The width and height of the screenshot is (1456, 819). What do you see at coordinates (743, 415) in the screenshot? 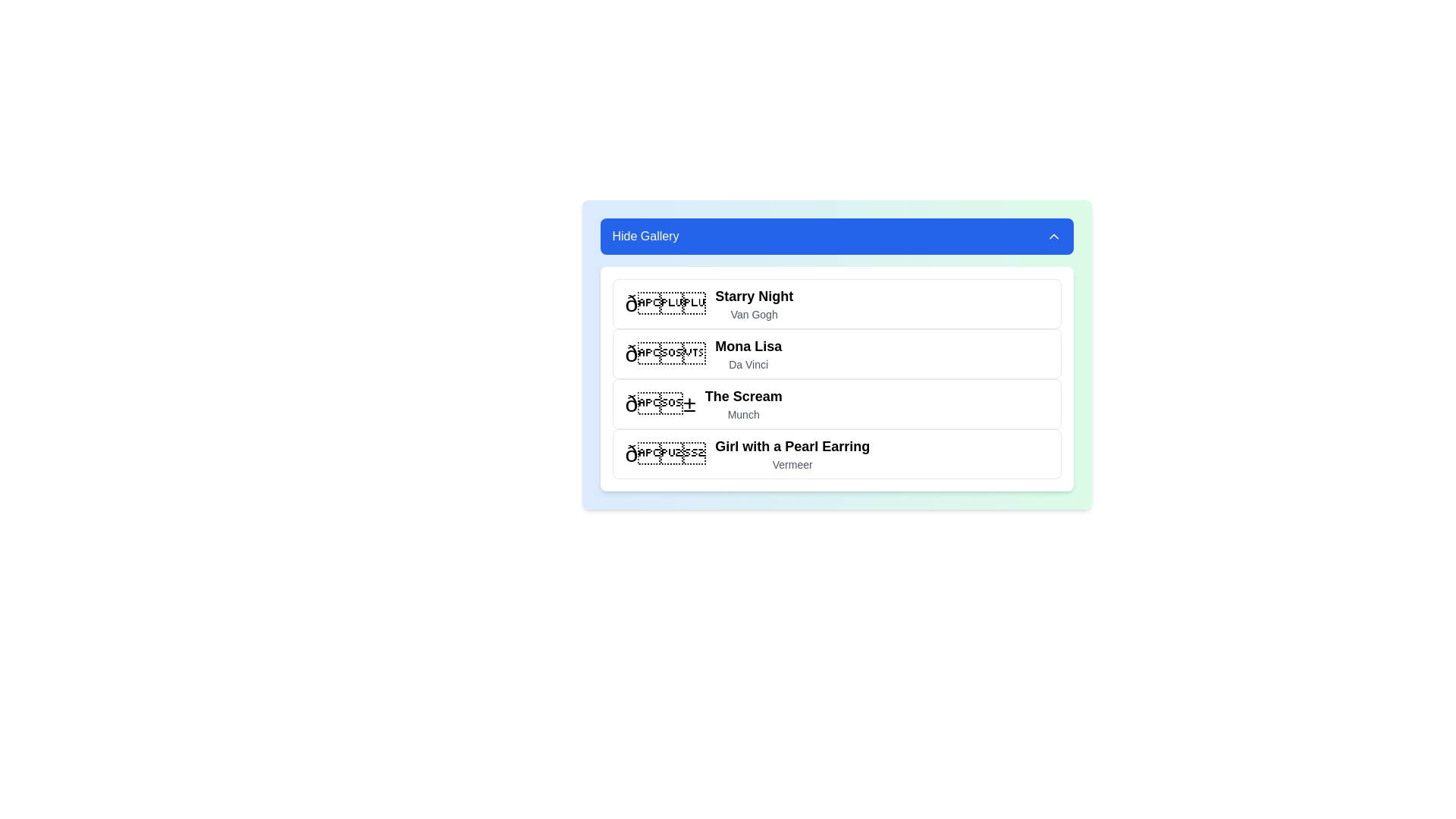
I see `the text label displaying 'Munch', which is located directly below the title 'The Scream'` at bounding box center [743, 415].